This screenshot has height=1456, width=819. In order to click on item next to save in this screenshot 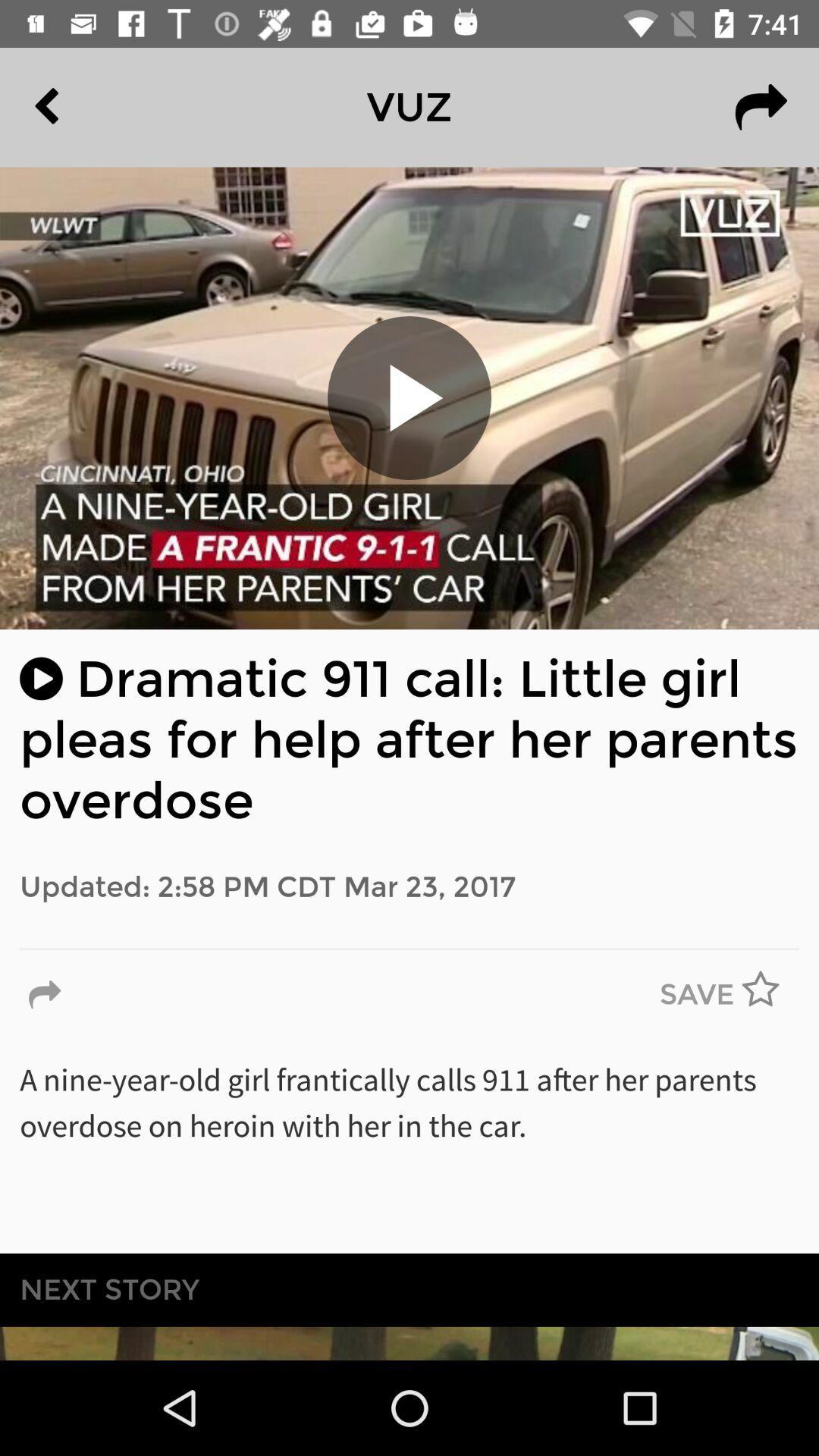, I will do `click(44, 995)`.